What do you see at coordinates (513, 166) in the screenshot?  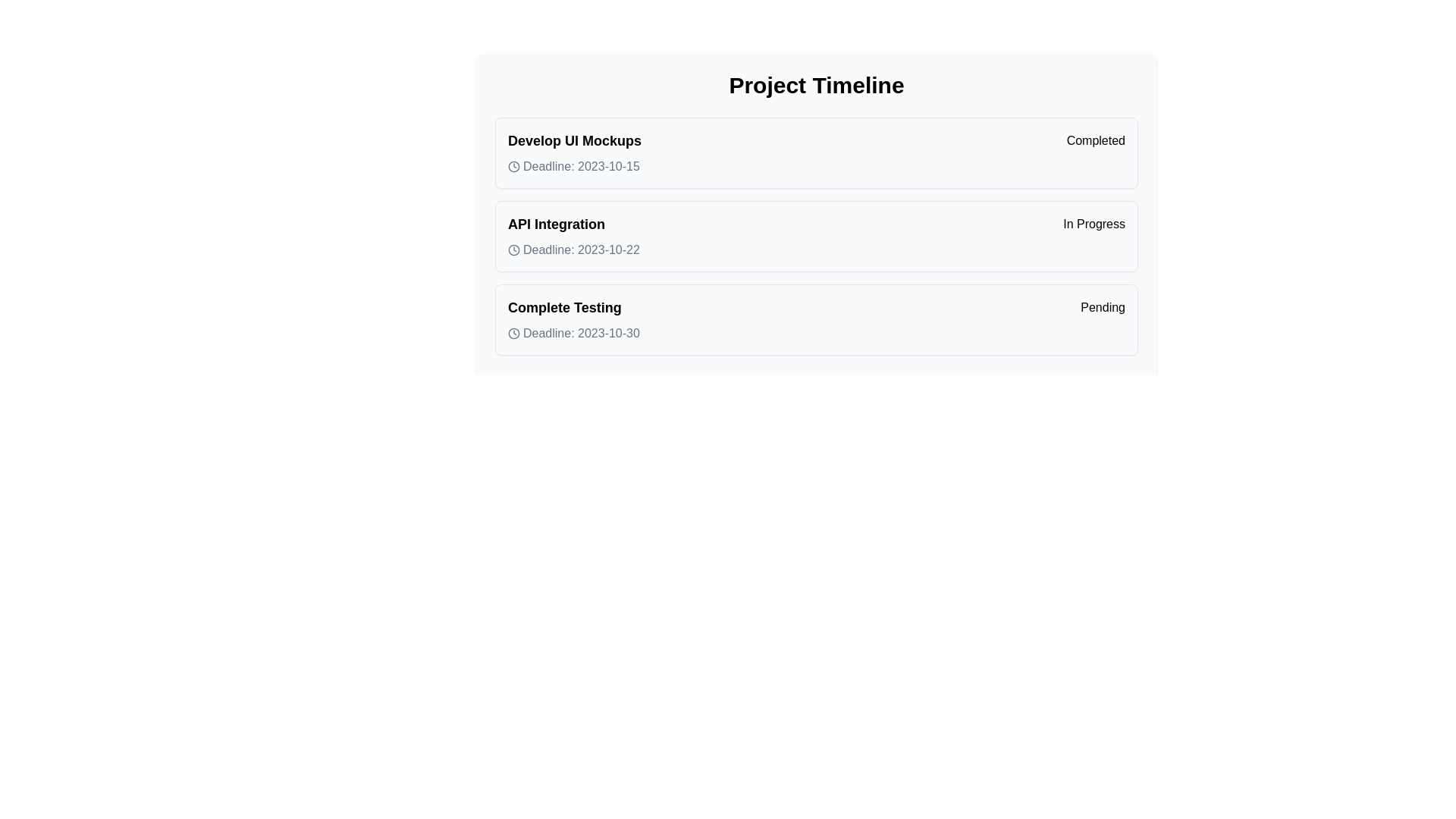 I see `the circular graphical element of the clock icon preceding the 'Deadline: 2023-10-15' text in the 'Develop UI Mockups' row` at bounding box center [513, 166].